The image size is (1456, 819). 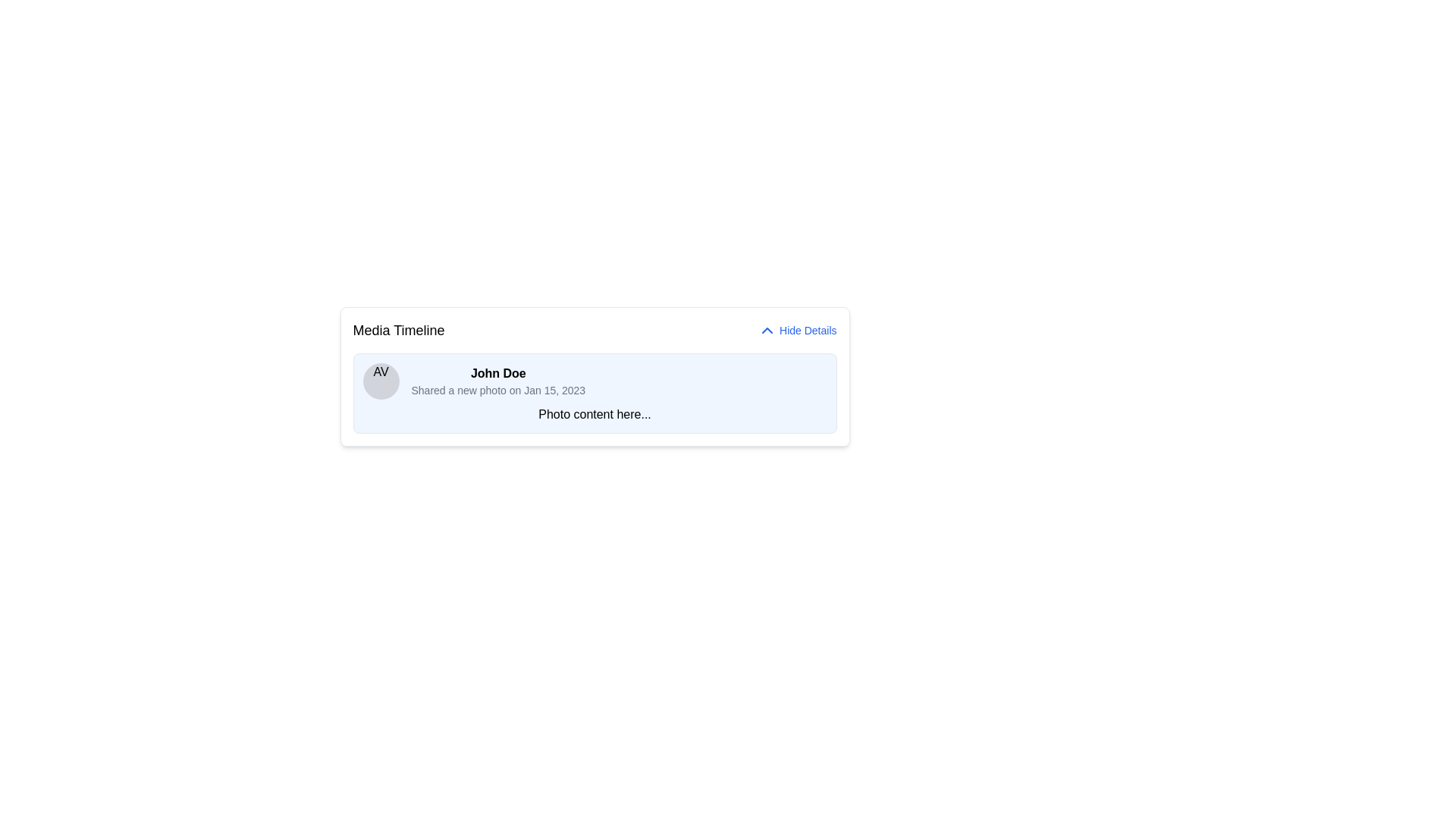 I want to click on User Activity Summary for the user named 'John Doe', which indicates that he shared a photo on a specific date, located at the center of the bounding box with a blue background and rounded corners, so click(x=594, y=380).